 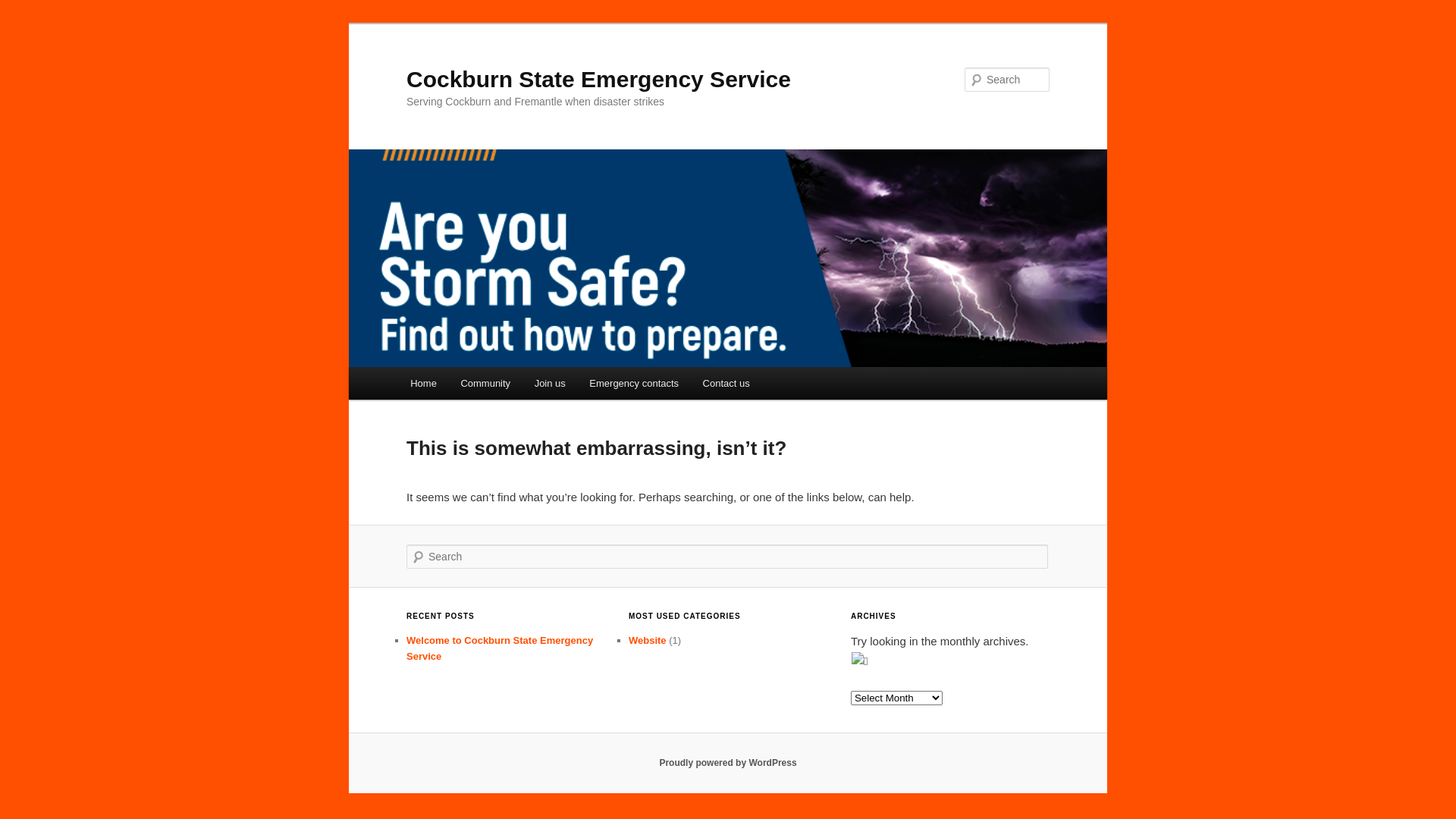 I want to click on 'Cockburn State Emergency Service', so click(x=598, y=79).